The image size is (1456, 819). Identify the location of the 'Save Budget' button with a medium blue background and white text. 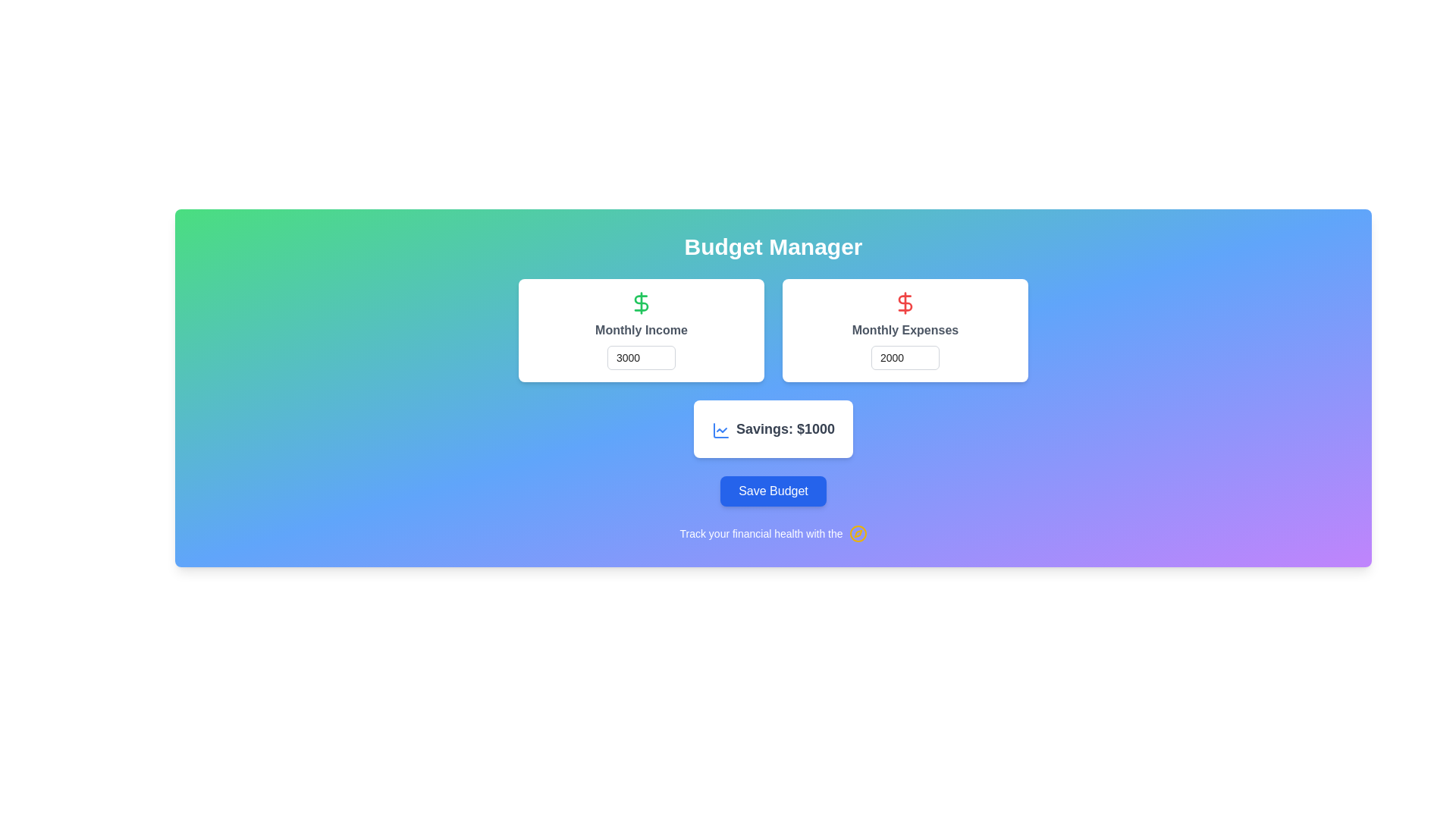
(773, 491).